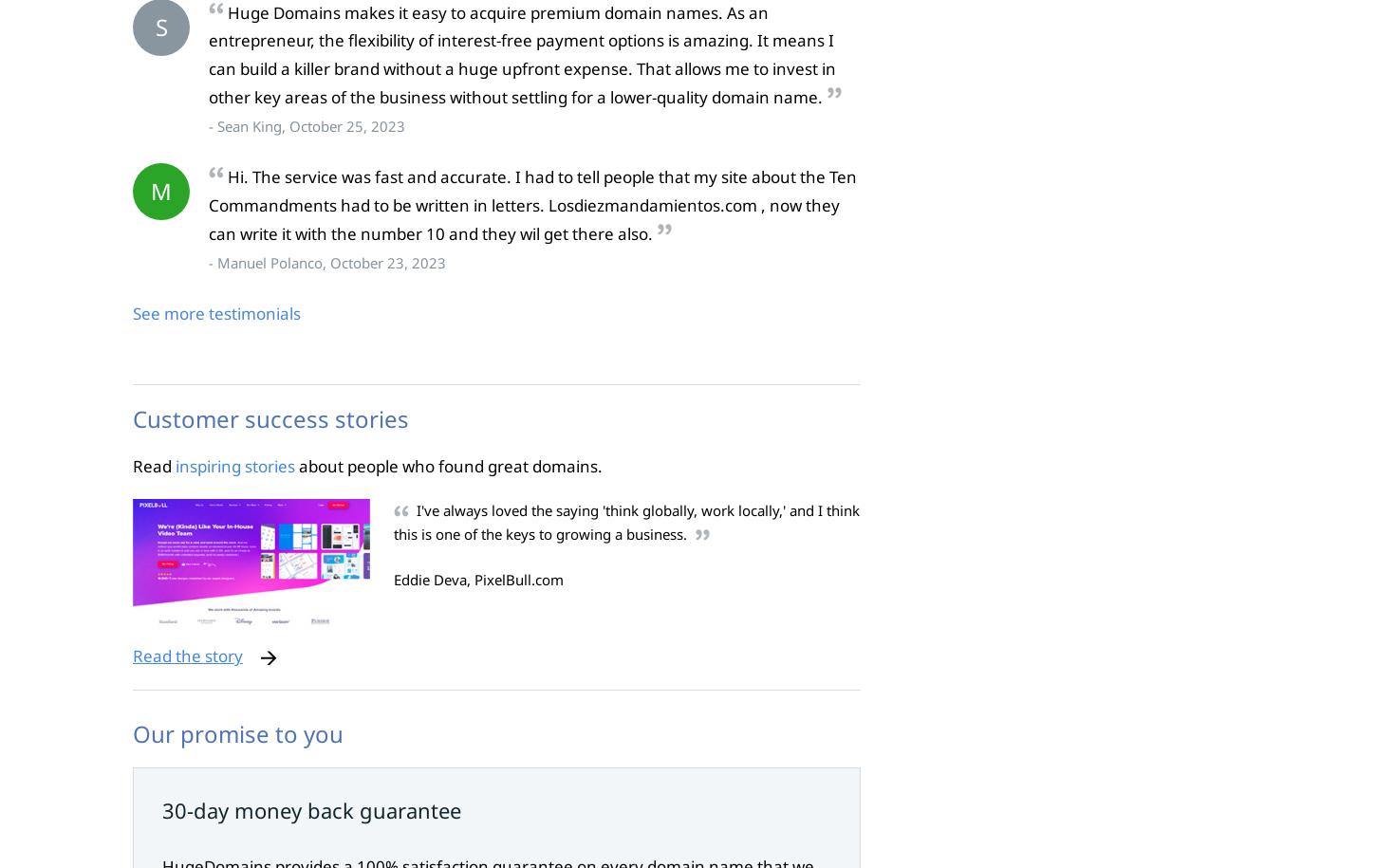 The width and height of the screenshot is (1376, 868). I want to click on 'Eddie Deva, PixelBull.com', so click(478, 580).